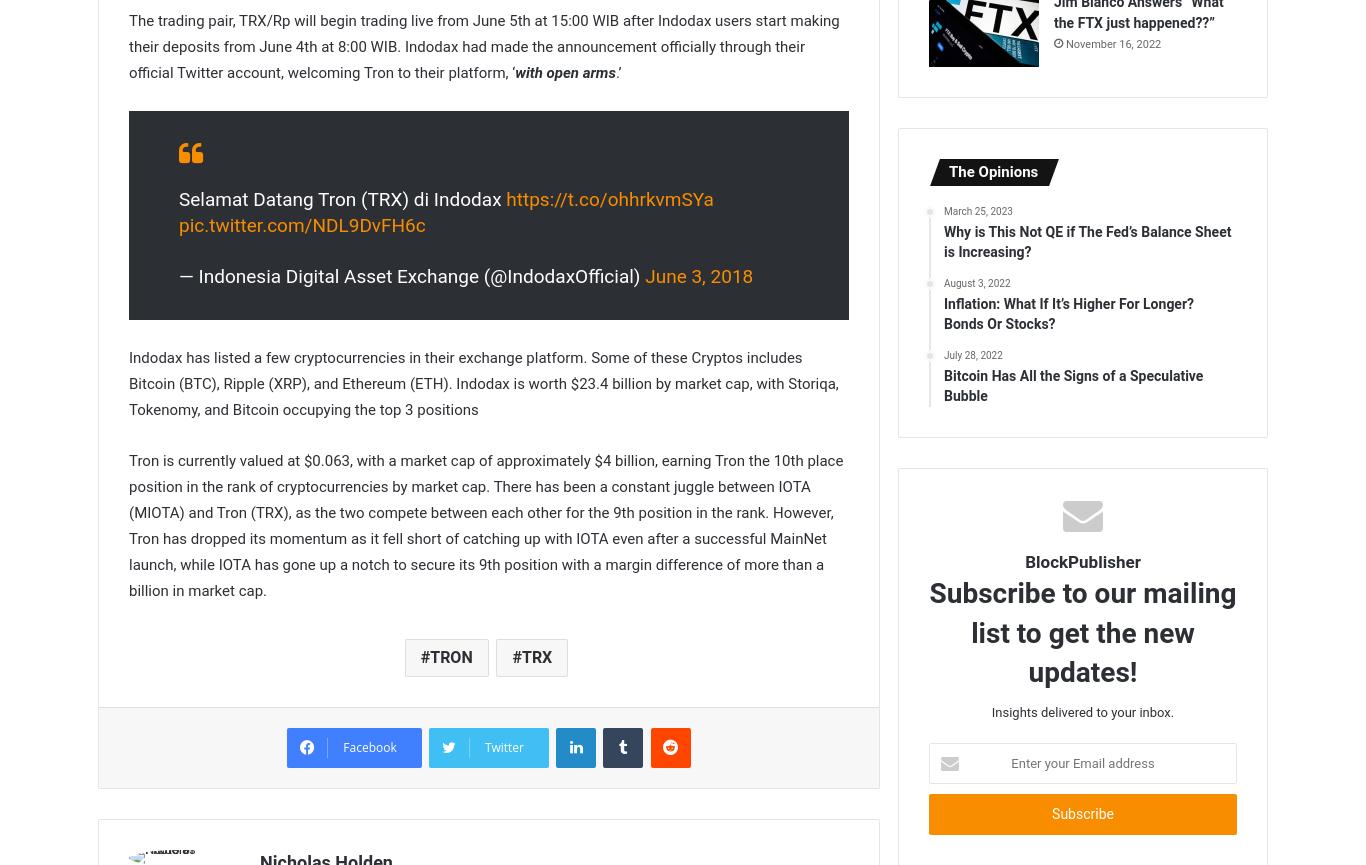 The image size is (1366, 865). Describe the element at coordinates (1081, 632) in the screenshot. I see `'Subscribe to our mailing list to get the new updates!'` at that location.